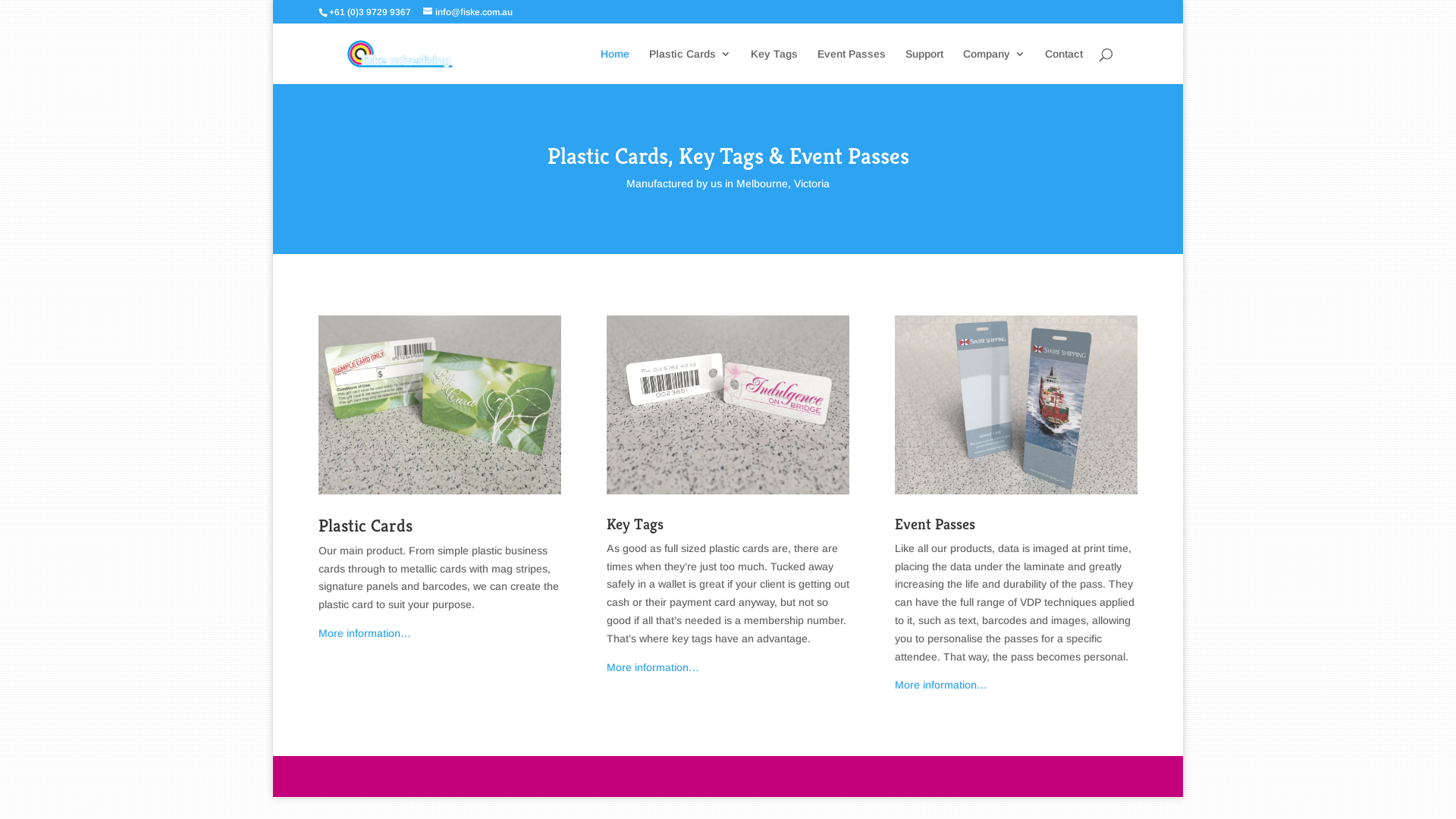 The image size is (1456, 819). Describe the element at coordinates (924, 65) in the screenshot. I see `'Support'` at that location.